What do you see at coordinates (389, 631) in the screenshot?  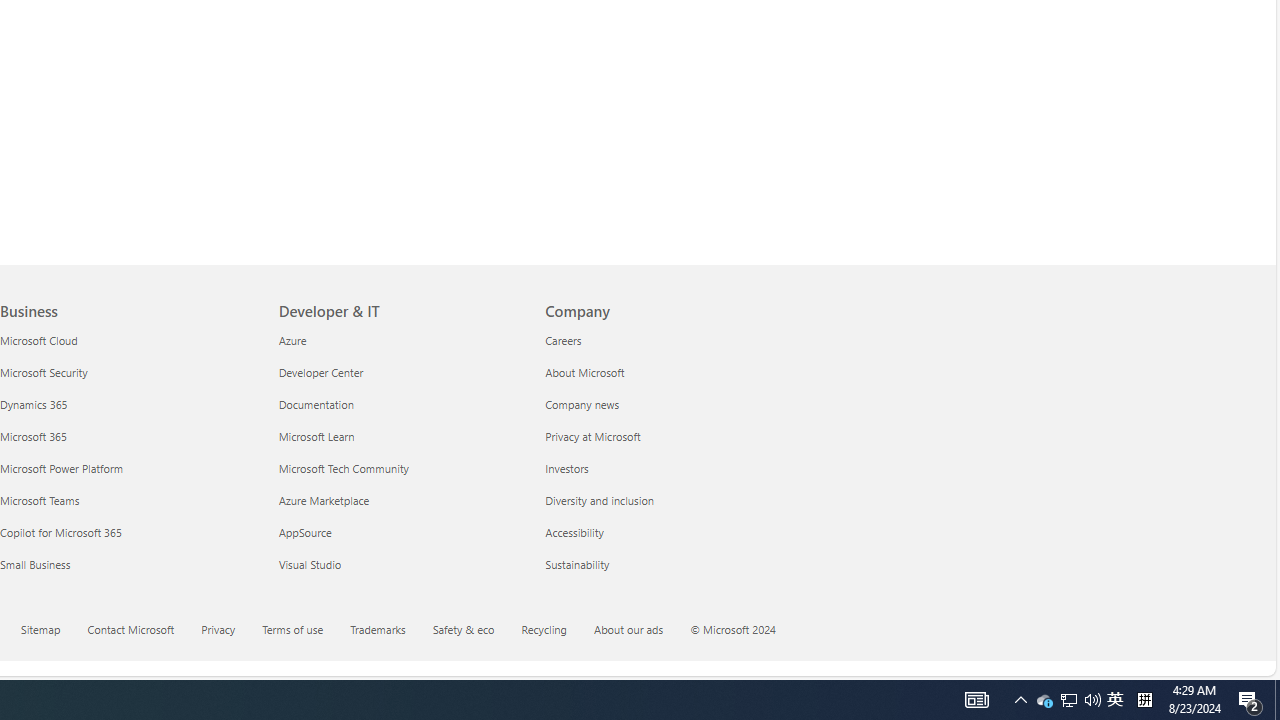 I see `'Trademarks'` at bounding box center [389, 631].